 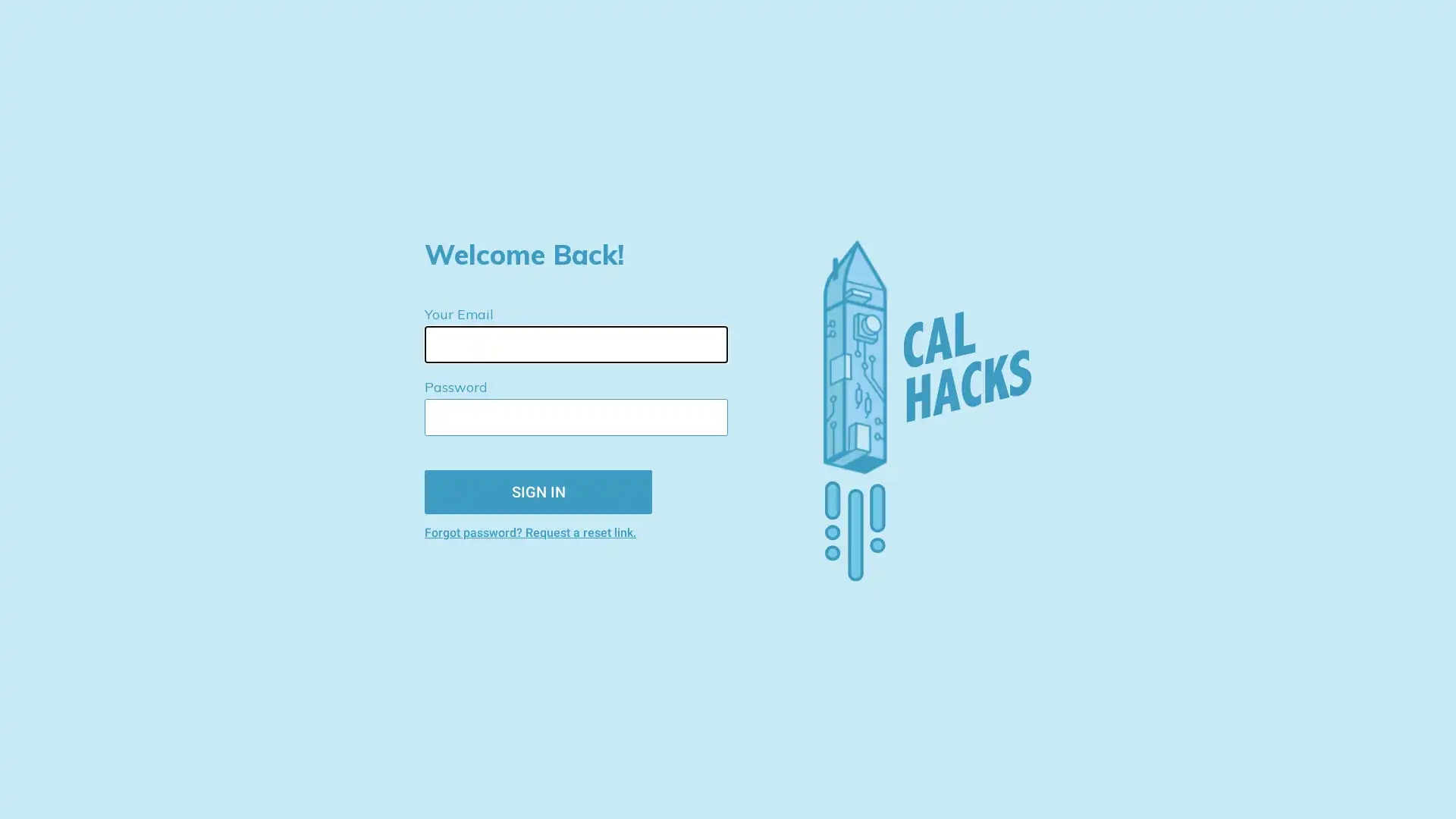 I want to click on SIGN IN, so click(x=538, y=491).